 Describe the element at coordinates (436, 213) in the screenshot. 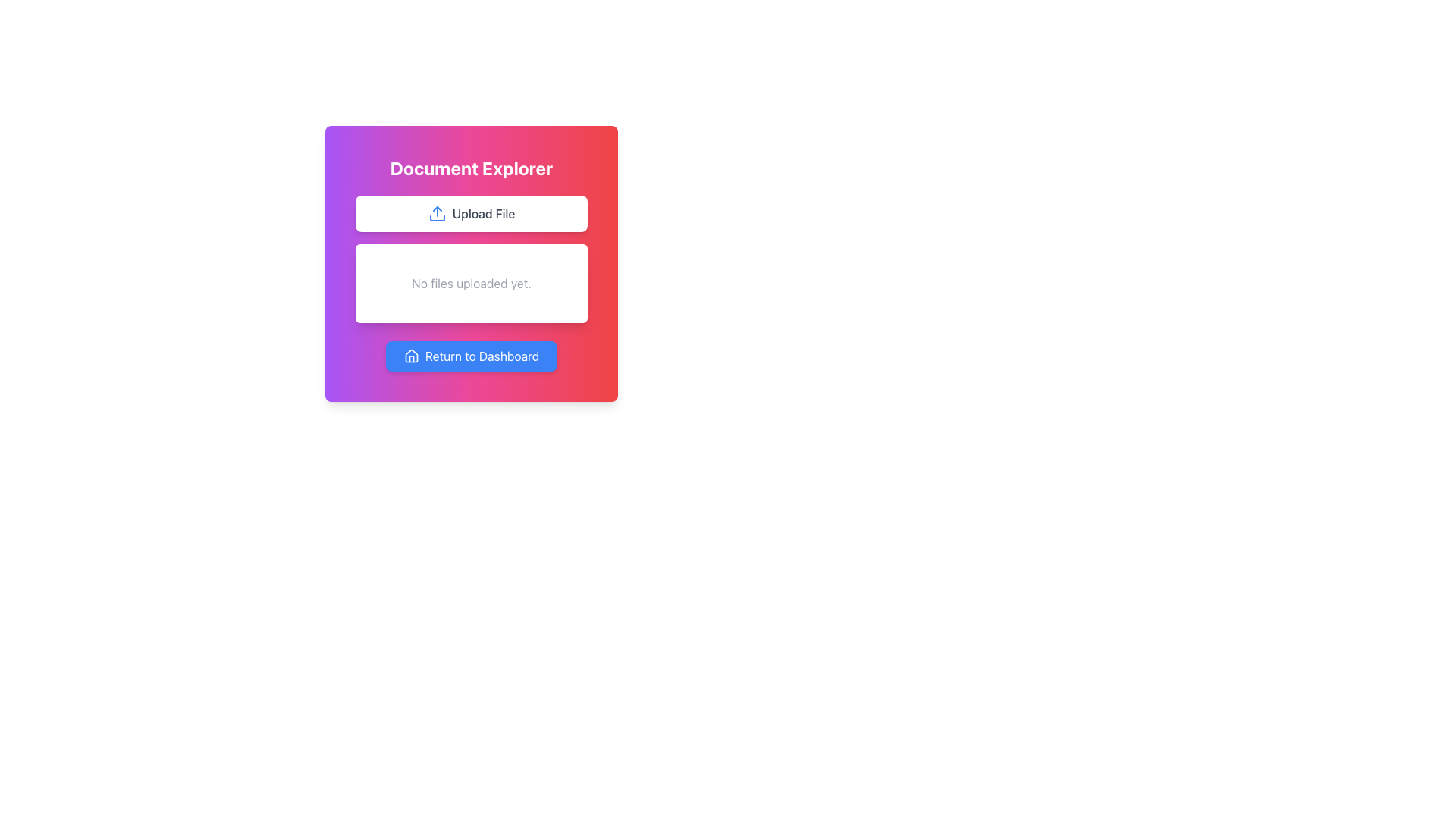

I see `the file upload icon located to the left of the 'Upload File' text within the button in the 'Document Explorer' panel` at that location.